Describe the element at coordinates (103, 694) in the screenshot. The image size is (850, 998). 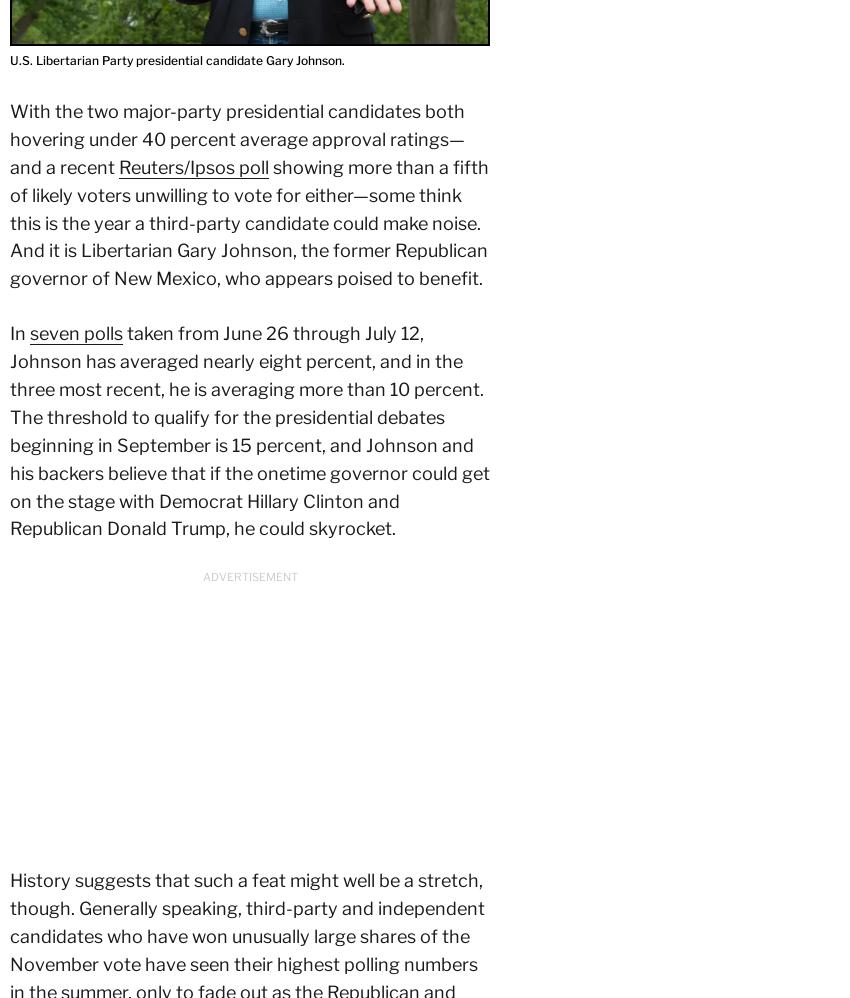
I see `'Politics'` at that location.